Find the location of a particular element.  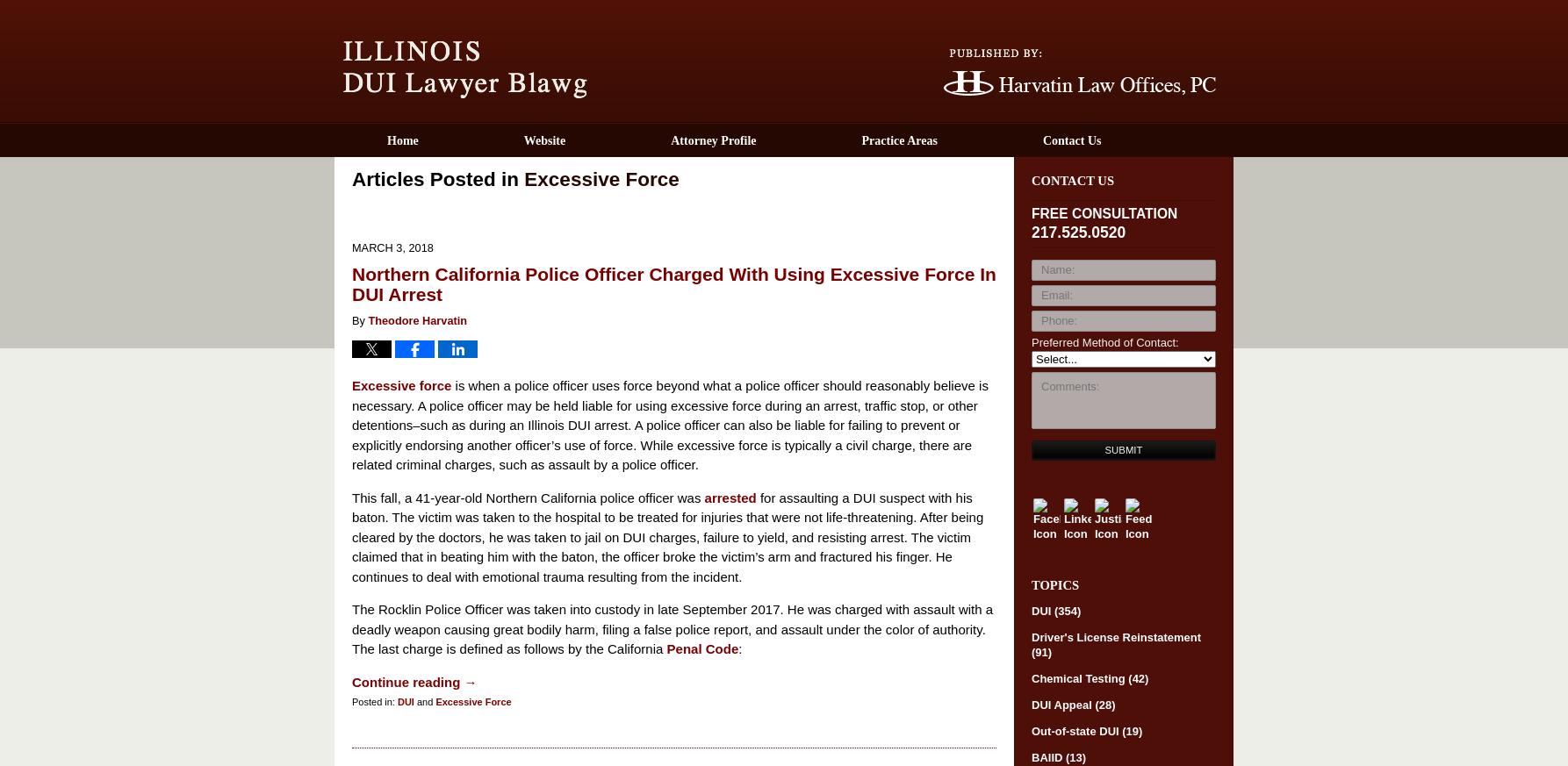

'Preferred Method of Contact:' is located at coordinates (1104, 341).